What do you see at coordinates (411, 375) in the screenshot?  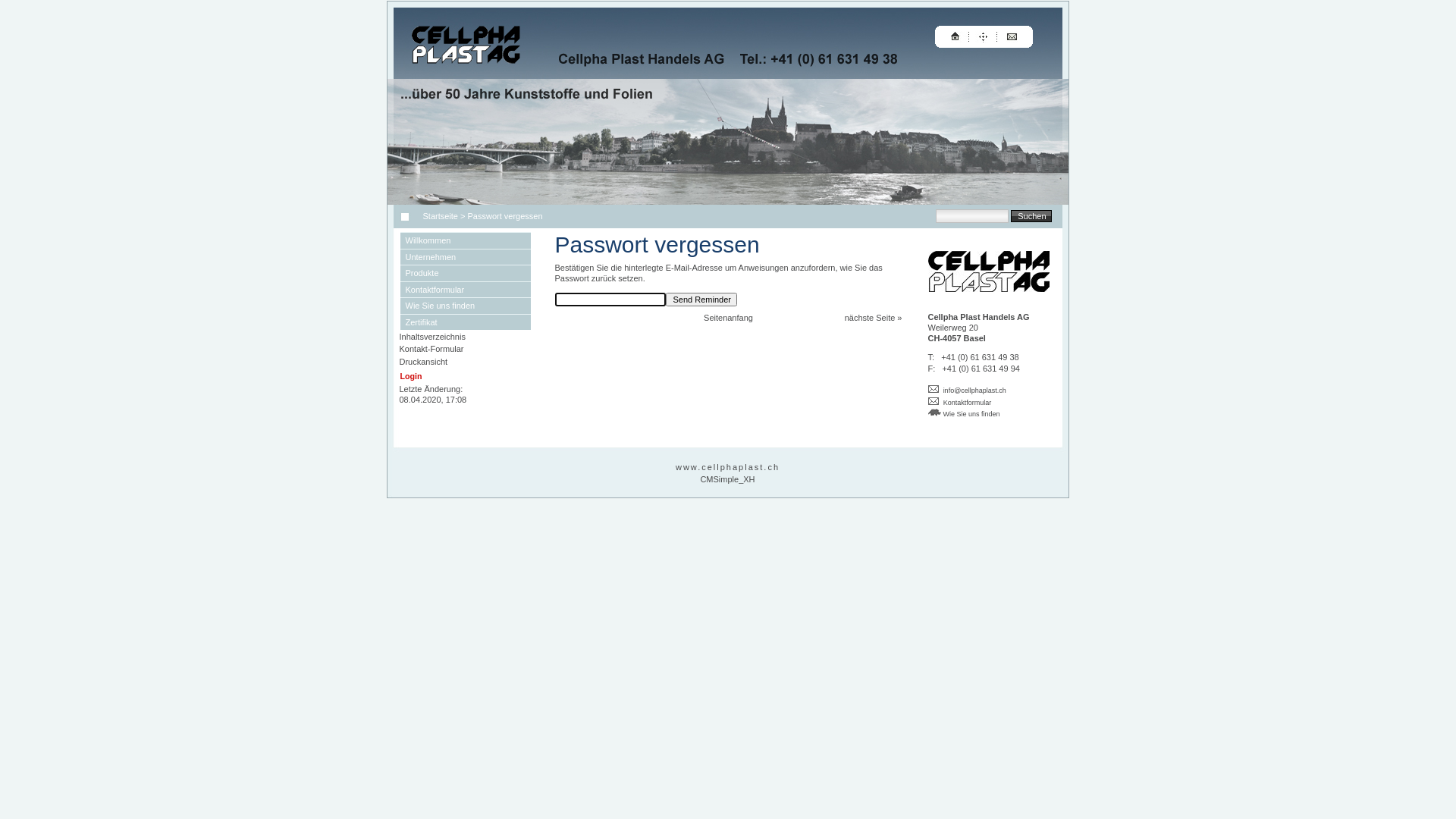 I see `'Login'` at bounding box center [411, 375].